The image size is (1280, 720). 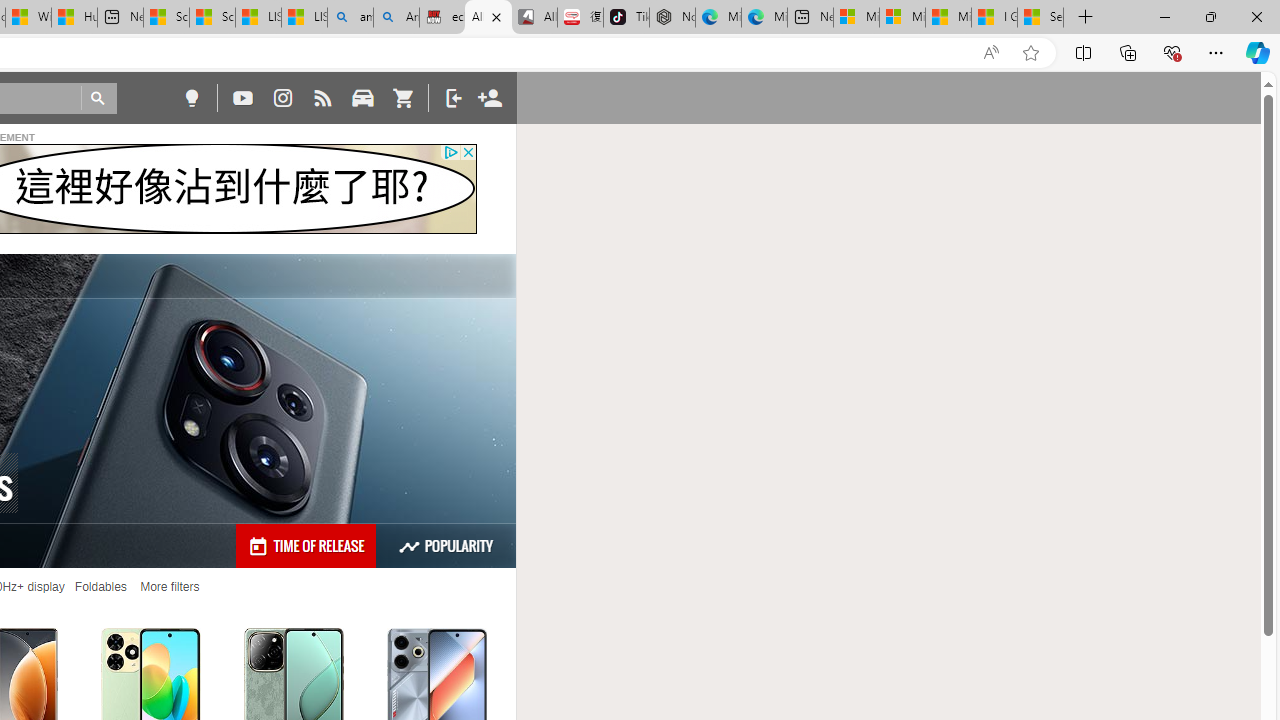 What do you see at coordinates (396, 17) in the screenshot?
I see `'Amazon Echo Dot PNG - Search Images'` at bounding box center [396, 17].